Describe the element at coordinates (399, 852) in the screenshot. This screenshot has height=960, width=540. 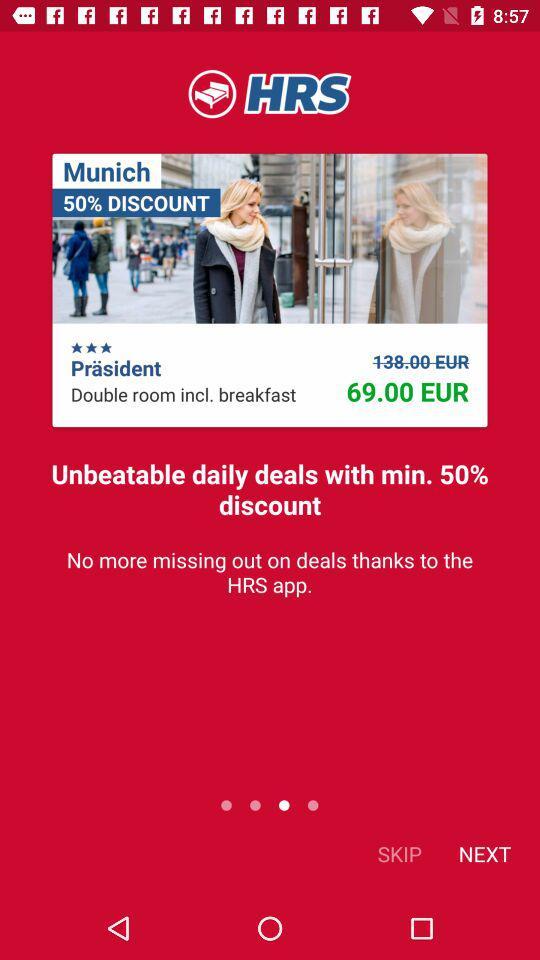
I see `the skip item` at that location.